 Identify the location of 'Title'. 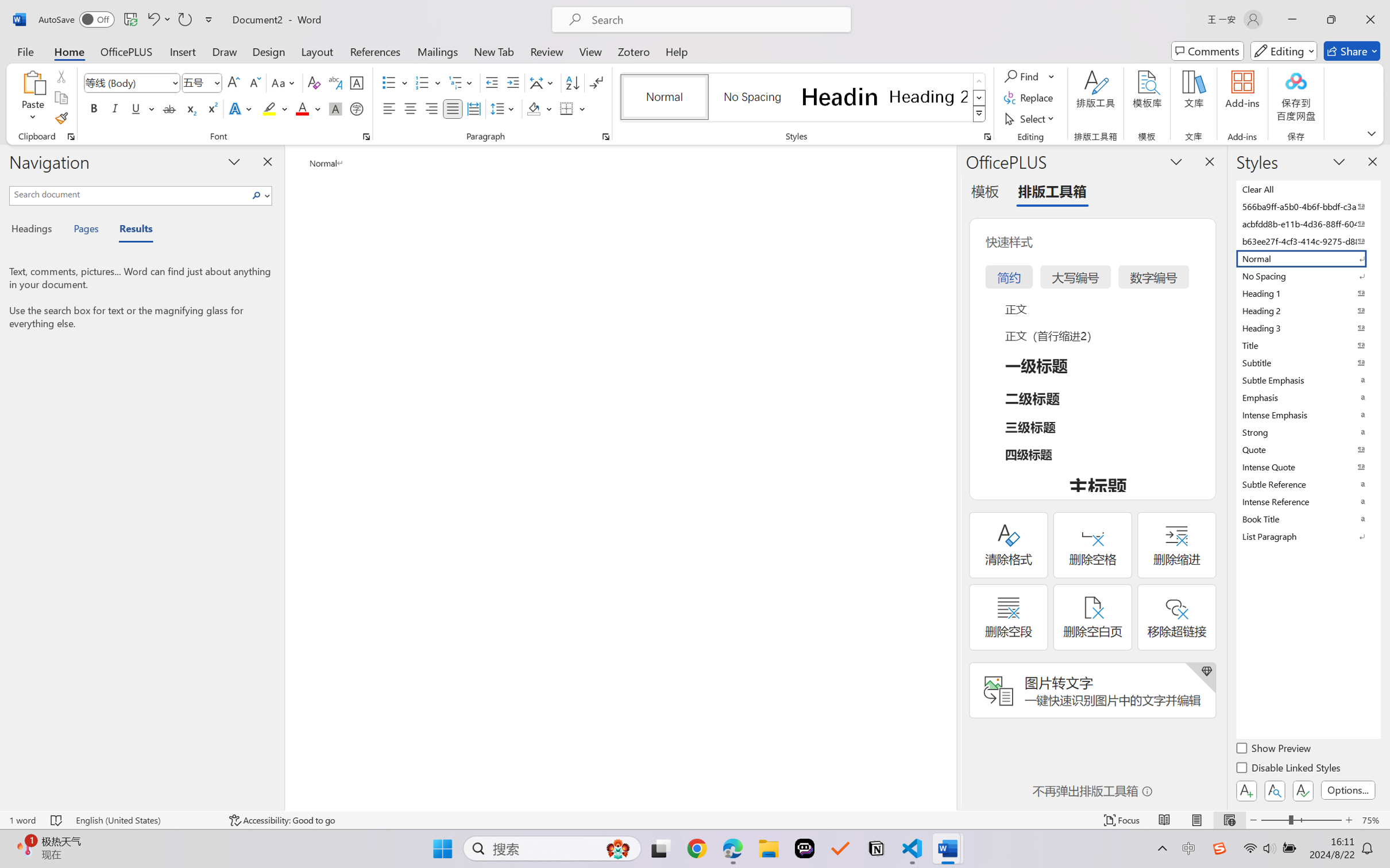
(1307, 345).